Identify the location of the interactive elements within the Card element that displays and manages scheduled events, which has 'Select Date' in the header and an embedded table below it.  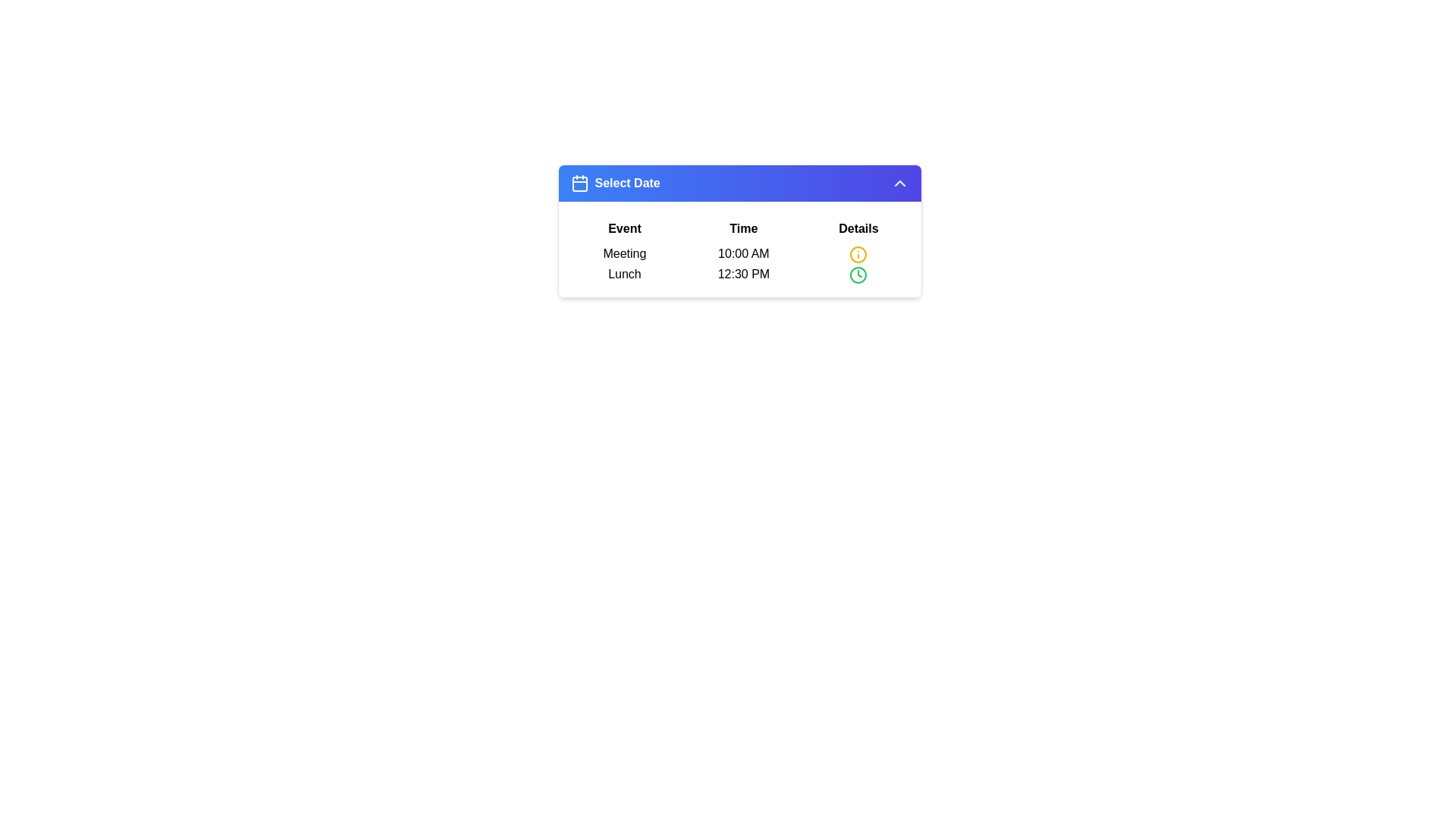
(739, 231).